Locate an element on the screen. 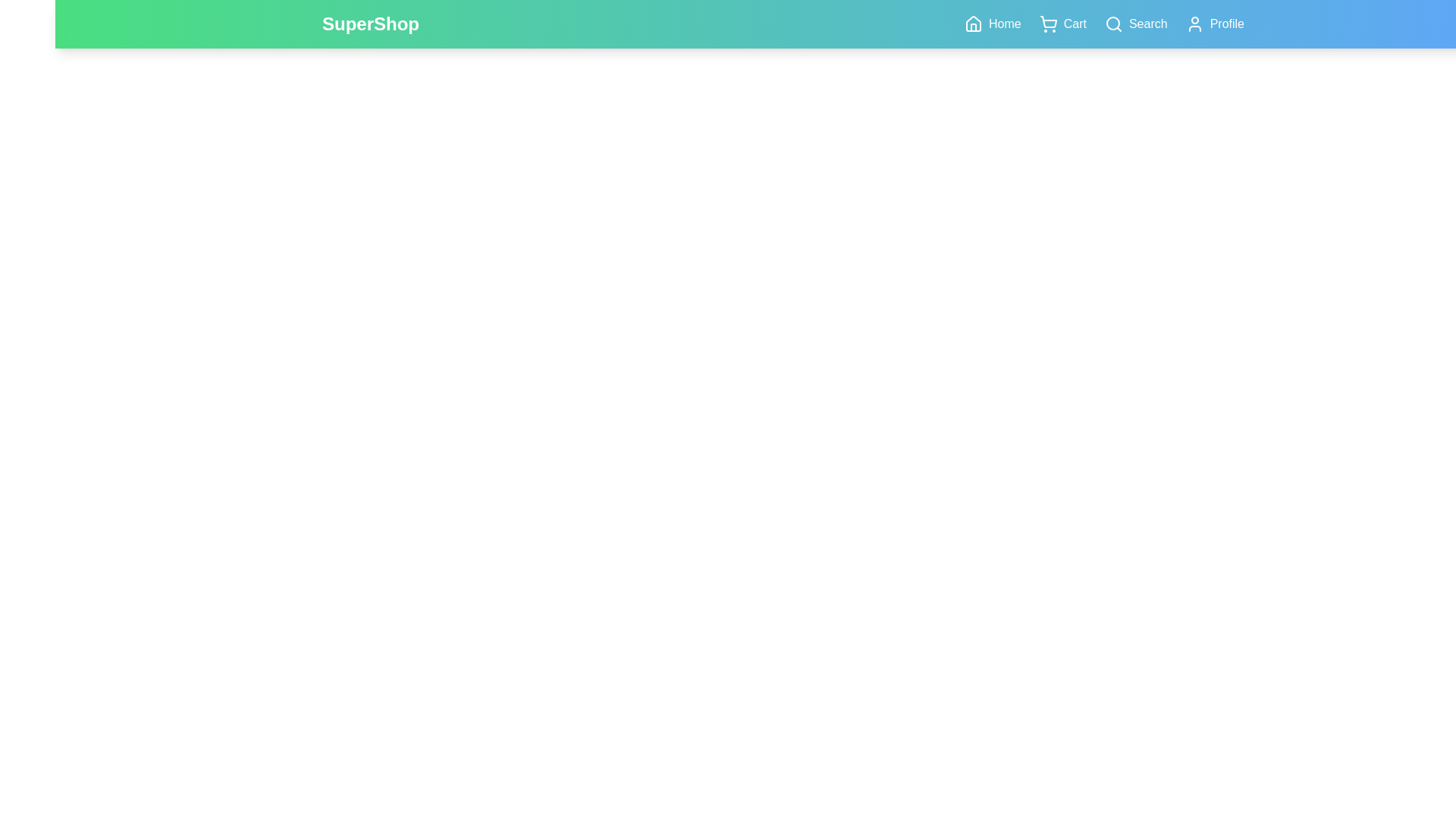 The image size is (1456, 819). the Text label for the homepage navigation link located in the top horizontal navigation bar to possibly see additional effects is located at coordinates (1005, 24).